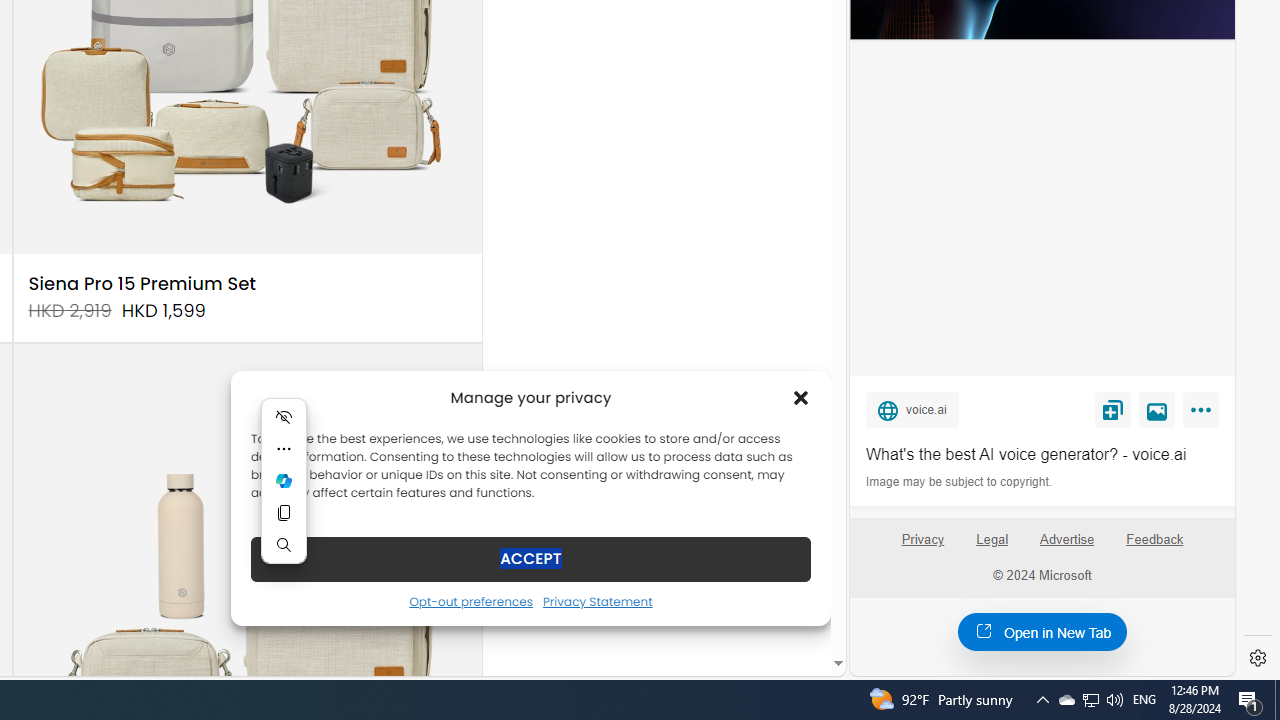 The width and height of the screenshot is (1280, 720). I want to click on 'Legal', so click(992, 538).